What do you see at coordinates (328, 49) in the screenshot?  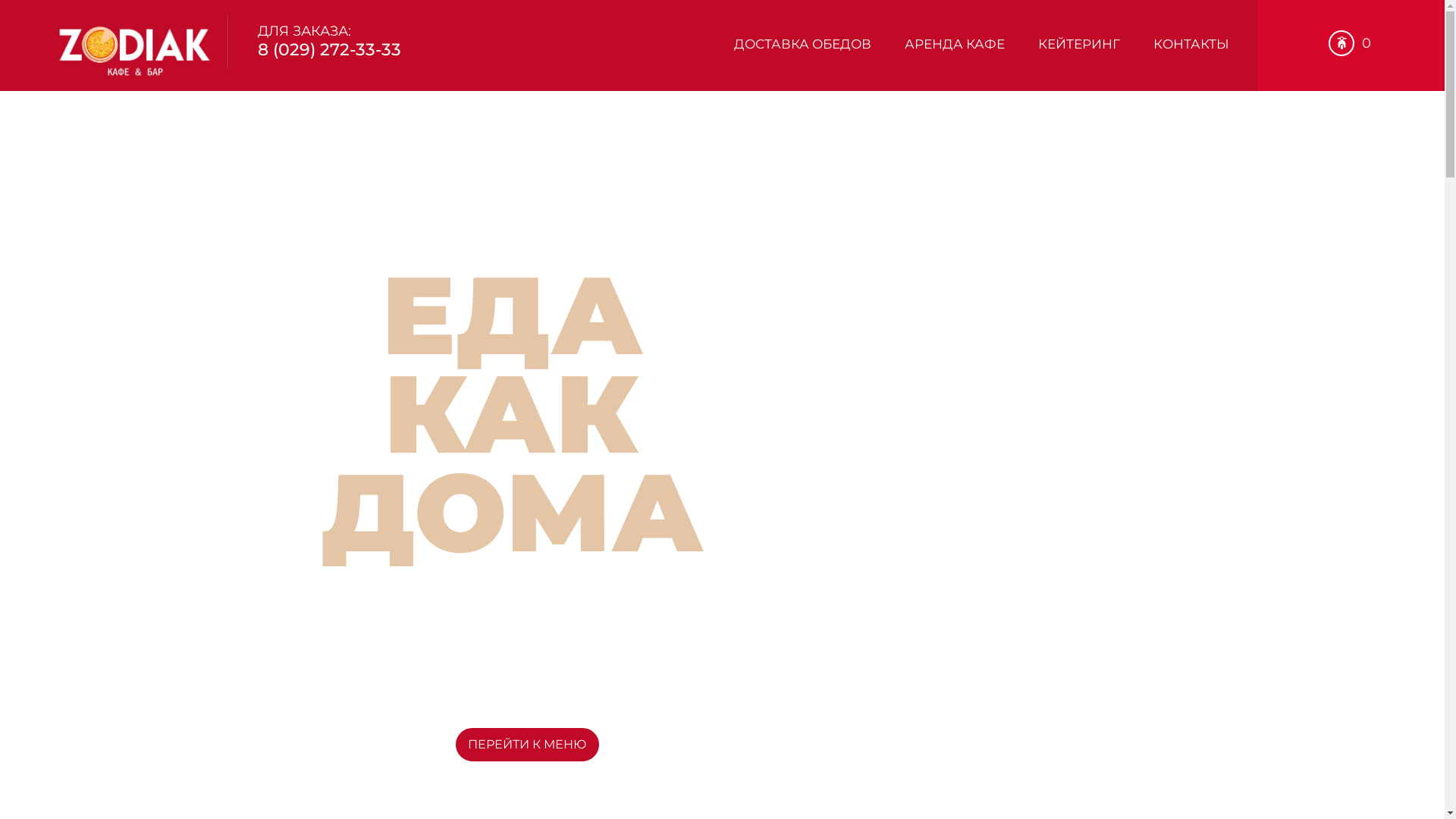 I see `'8 (029) 272-33-33'` at bounding box center [328, 49].